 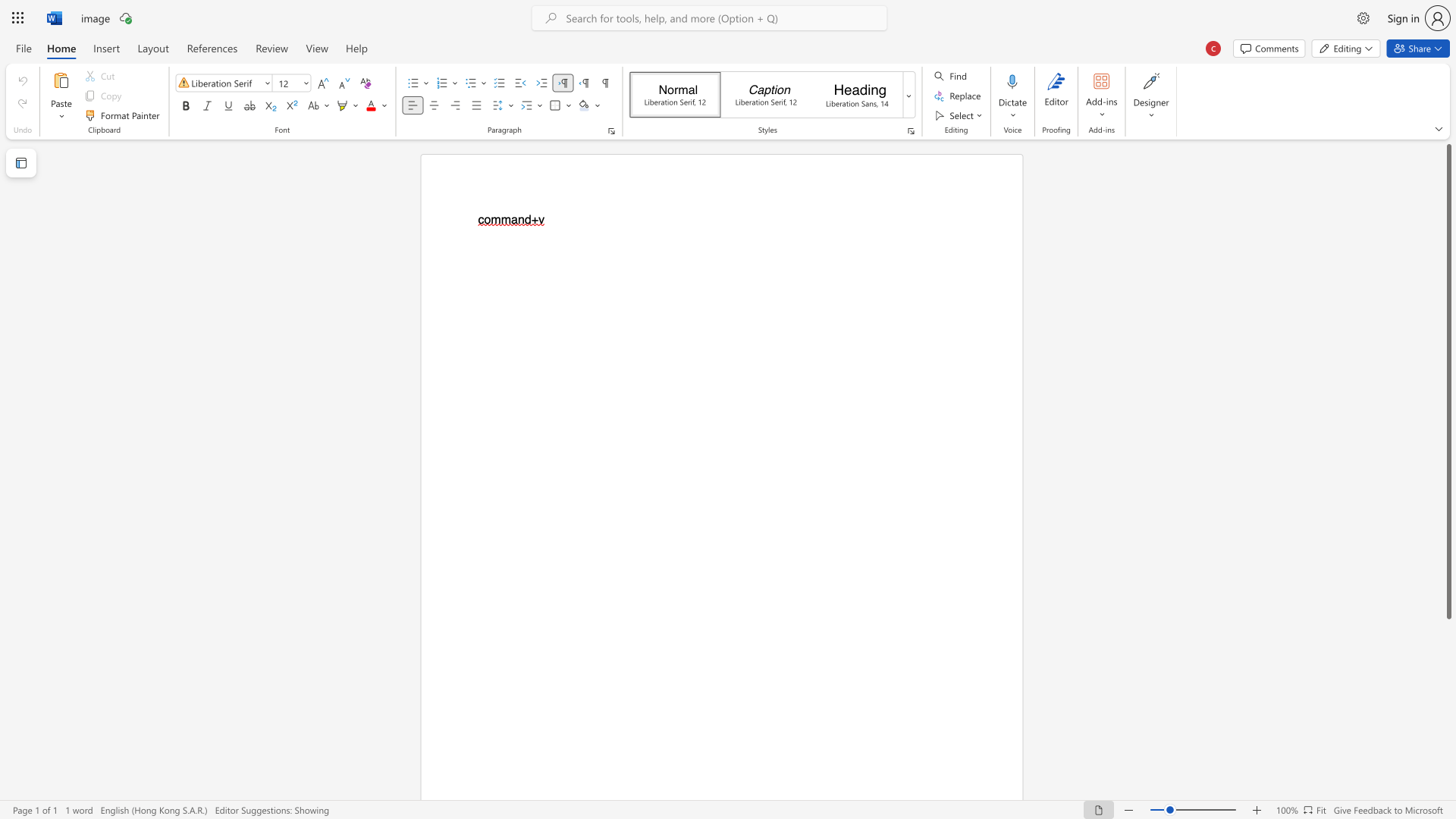 What do you see at coordinates (1448, 751) in the screenshot?
I see `the scrollbar to scroll the page down` at bounding box center [1448, 751].